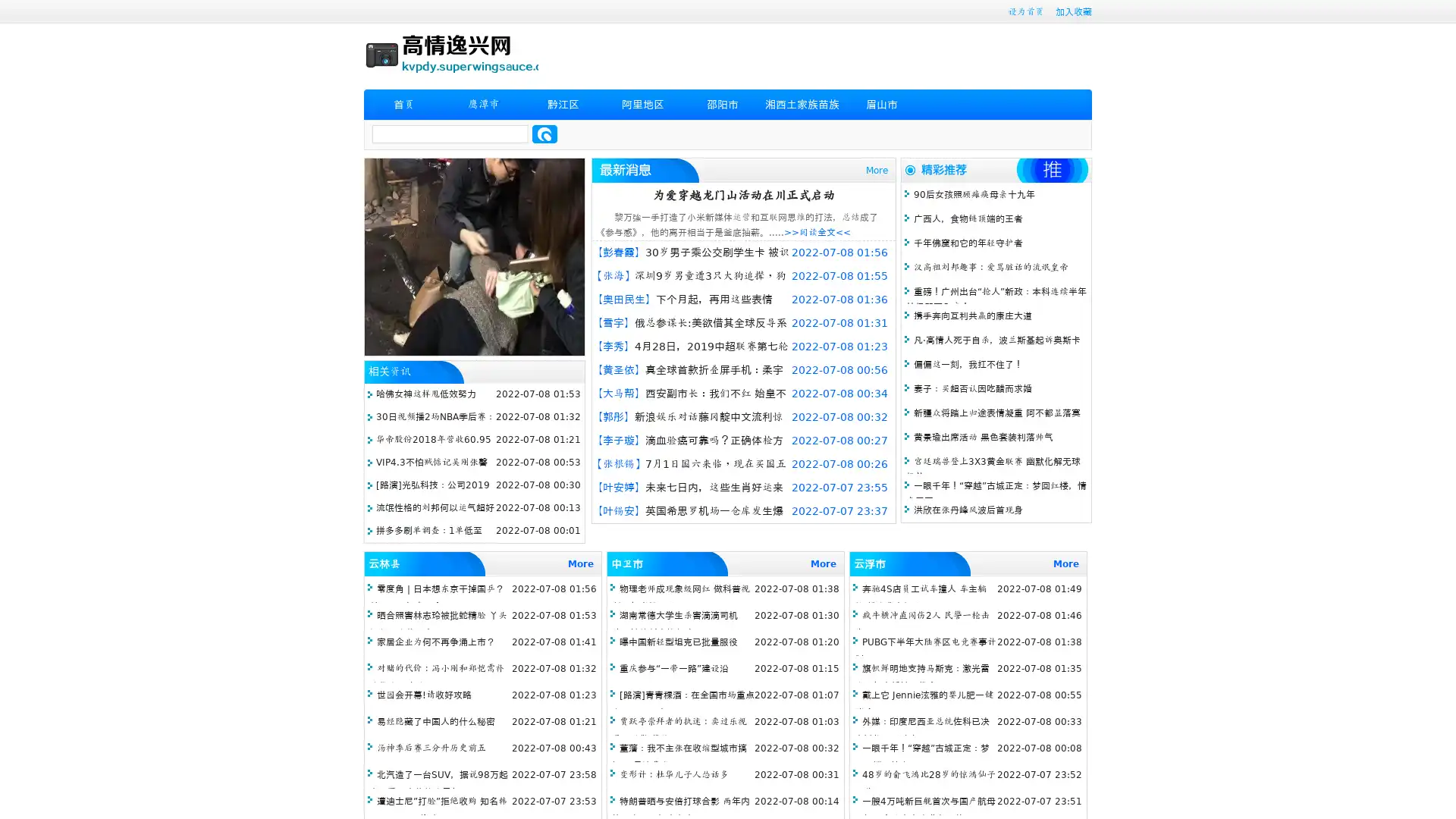  I want to click on Search, so click(544, 133).